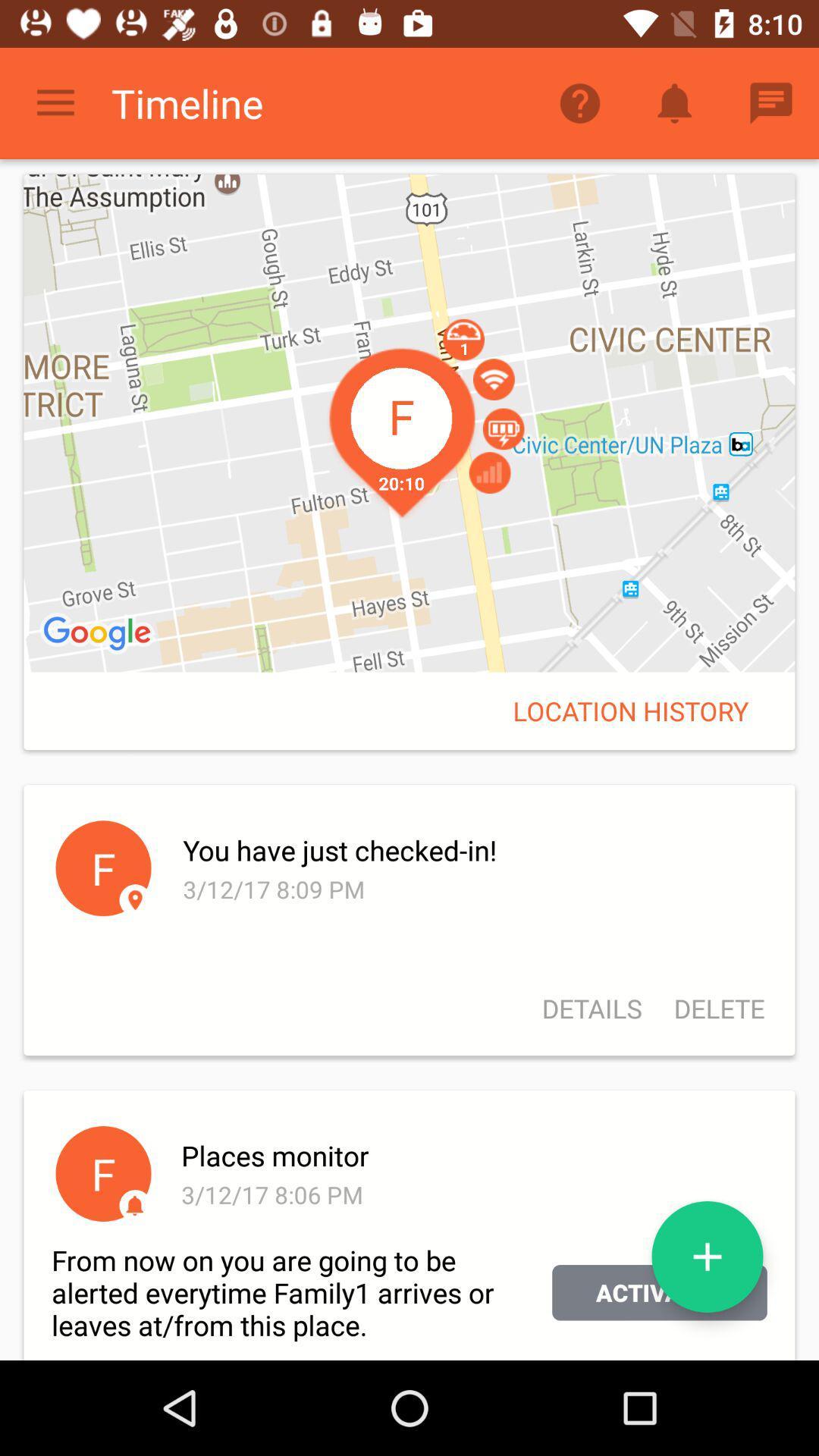 This screenshot has width=819, height=1456. Describe the element at coordinates (55, 102) in the screenshot. I see `the item next to timeline icon` at that location.